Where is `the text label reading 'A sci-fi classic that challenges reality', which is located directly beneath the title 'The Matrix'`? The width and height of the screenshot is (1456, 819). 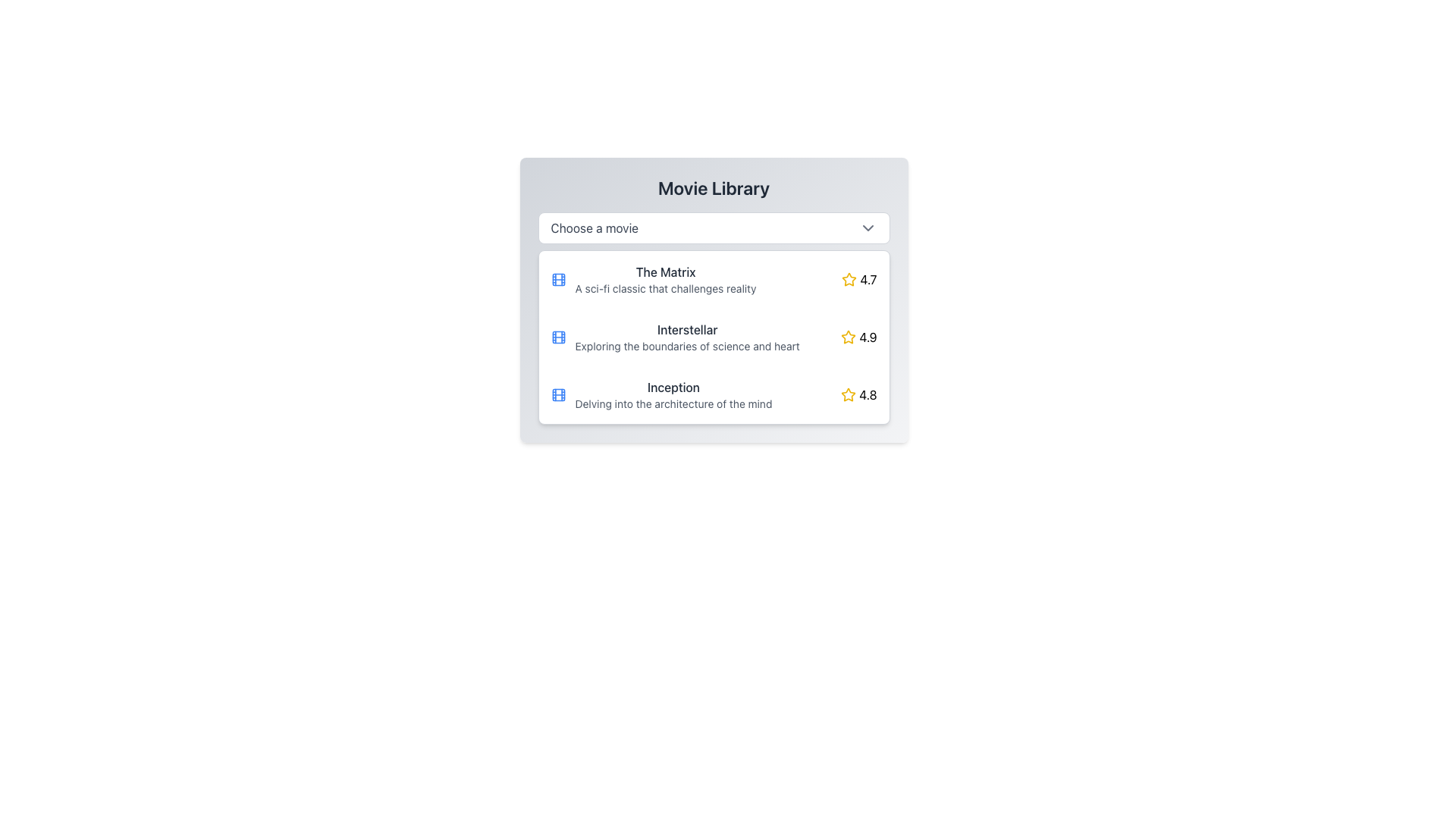
the text label reading 'A sci-fi classic that challenges reality', which is located directly beneath the title 'The Matrix' is located at coordinates (666, 289).